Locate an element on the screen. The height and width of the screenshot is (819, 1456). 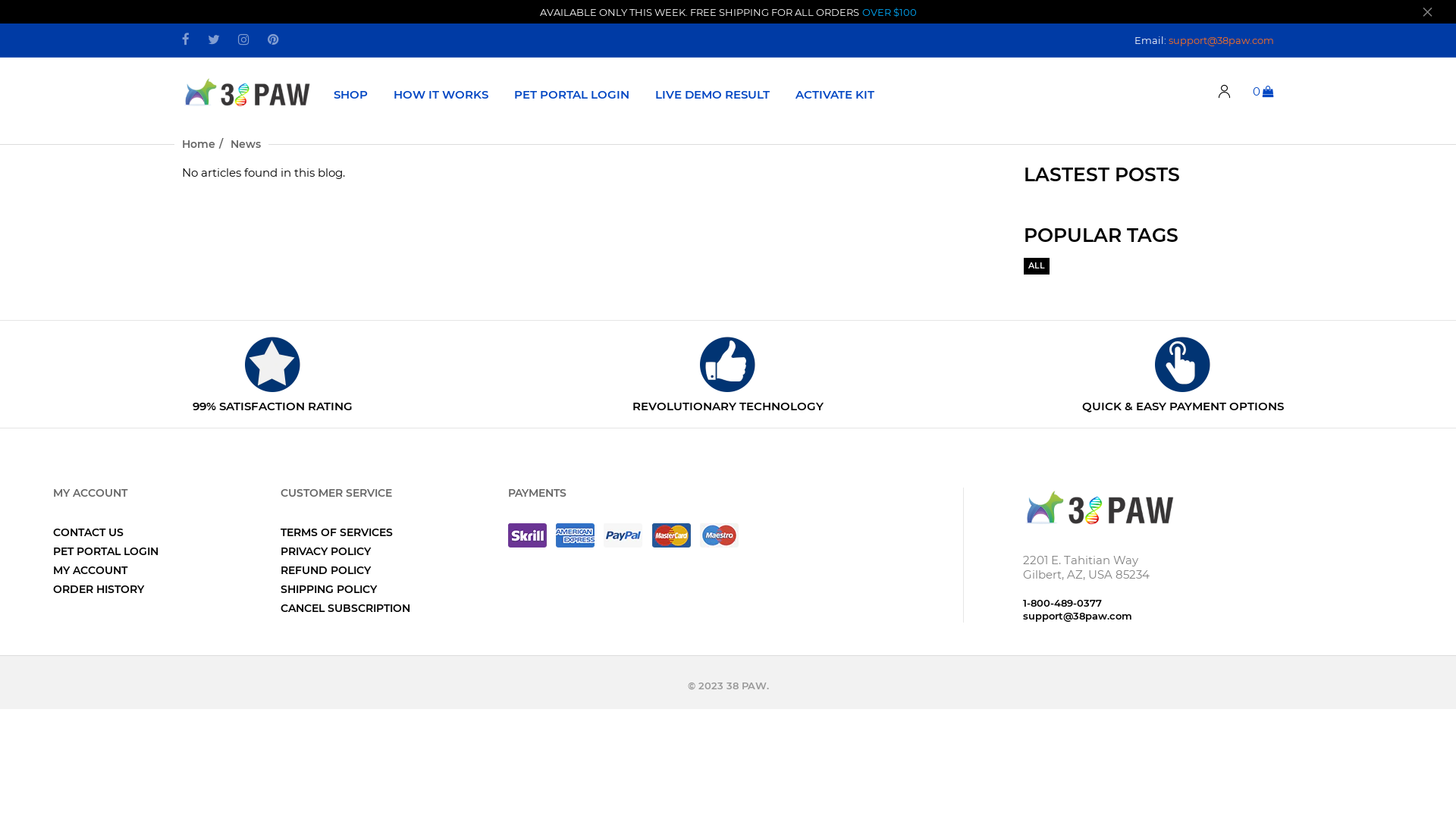
'support@38paw.com' is located at coordinates (1221, 38).